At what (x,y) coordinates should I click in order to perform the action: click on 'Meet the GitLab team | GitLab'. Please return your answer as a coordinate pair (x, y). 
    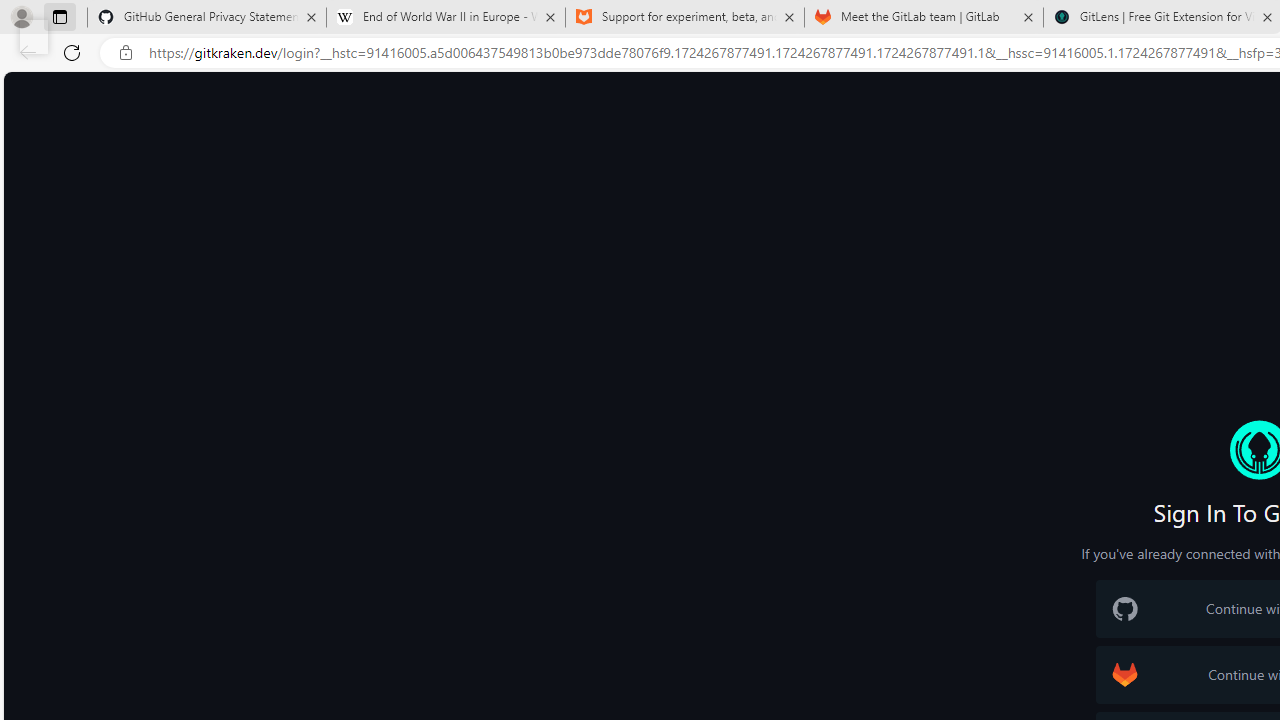
    Looking at the image, I should click on (923, 17).